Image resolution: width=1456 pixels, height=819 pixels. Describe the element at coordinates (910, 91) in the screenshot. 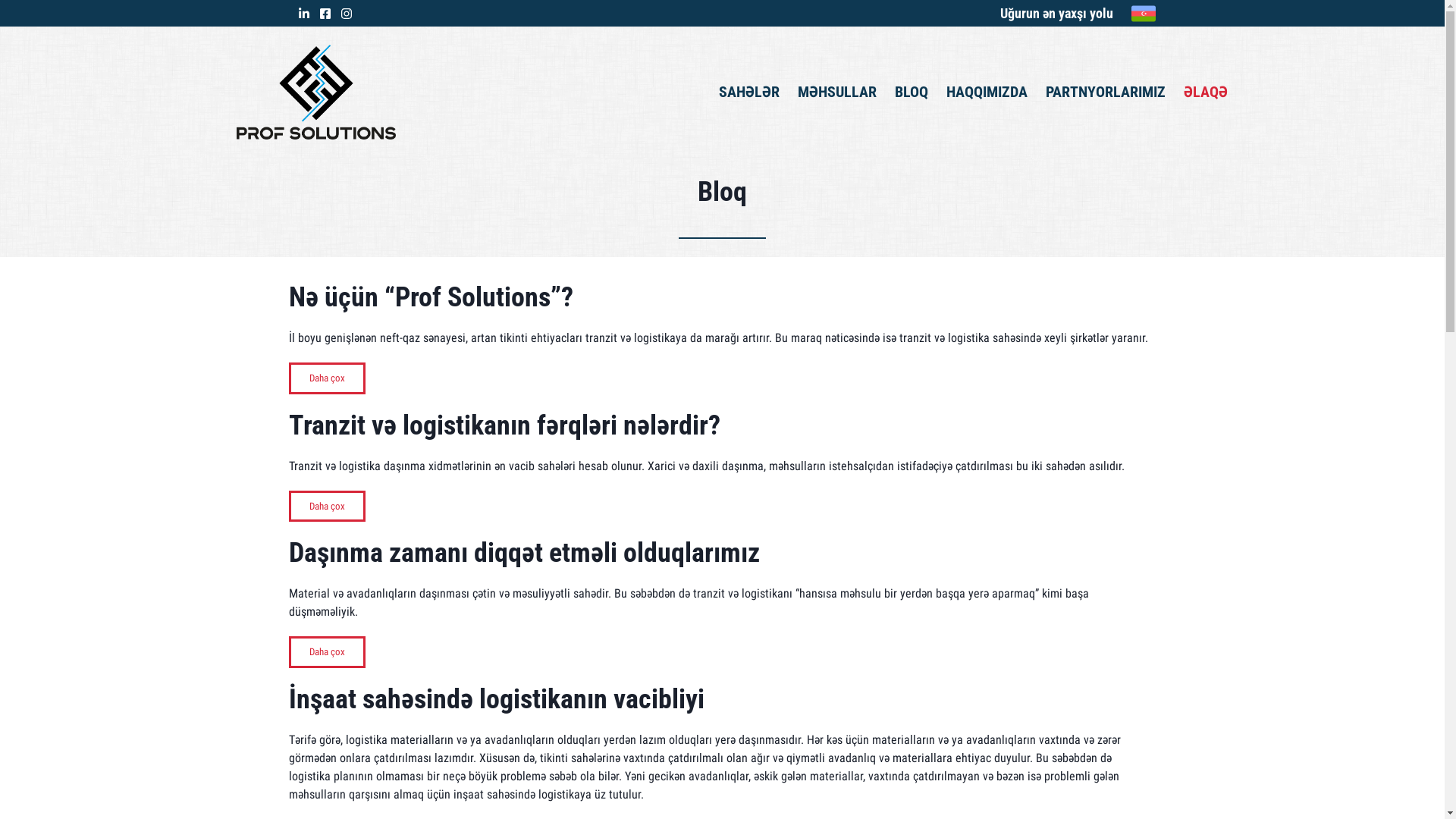

I see `'BLOQ'` at that location.